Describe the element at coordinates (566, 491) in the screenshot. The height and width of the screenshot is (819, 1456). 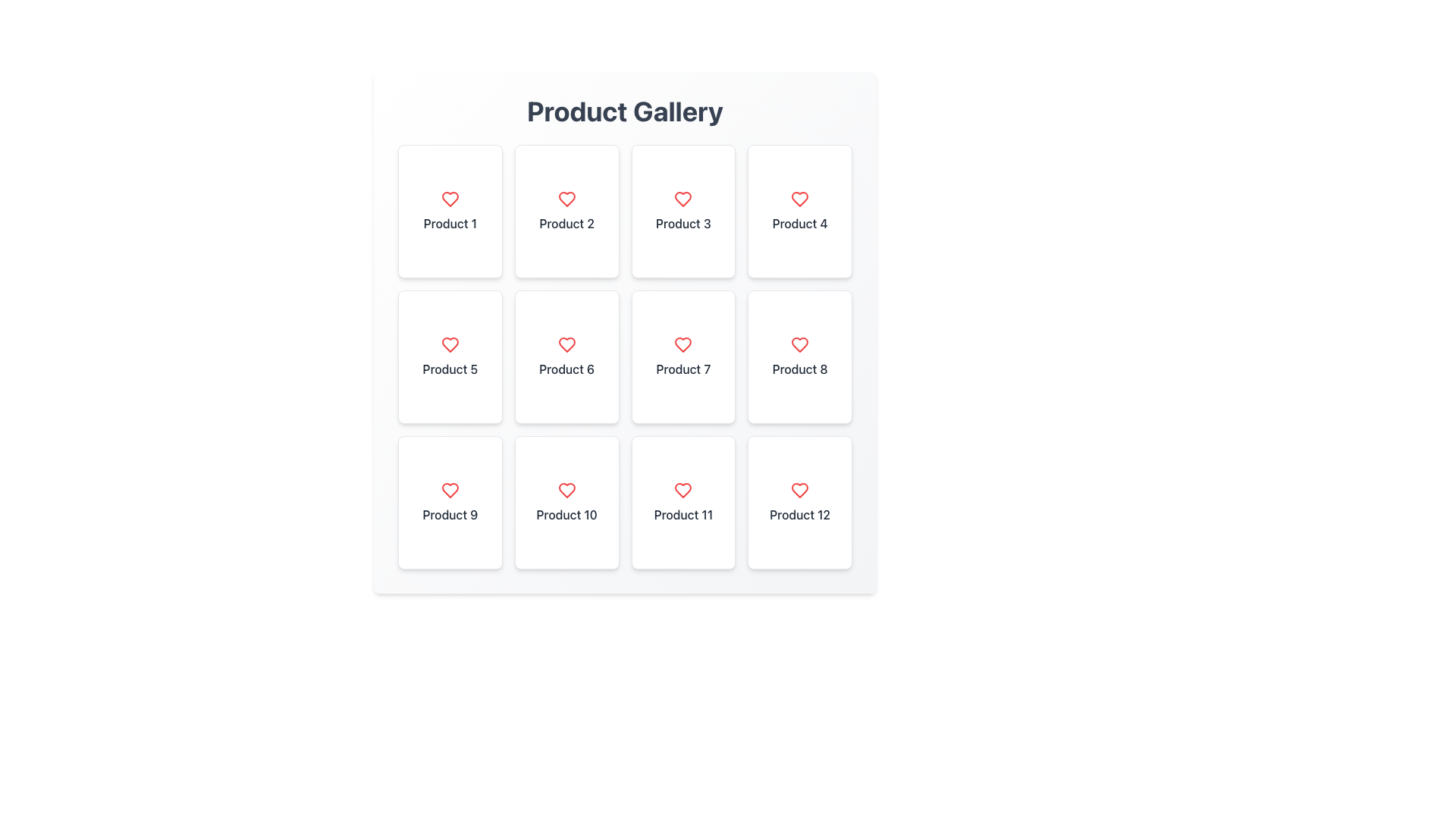
I see `the red heart-shaped icon indicating a favorite or like feature located in the grid layout under 'Product 10'` at that location.